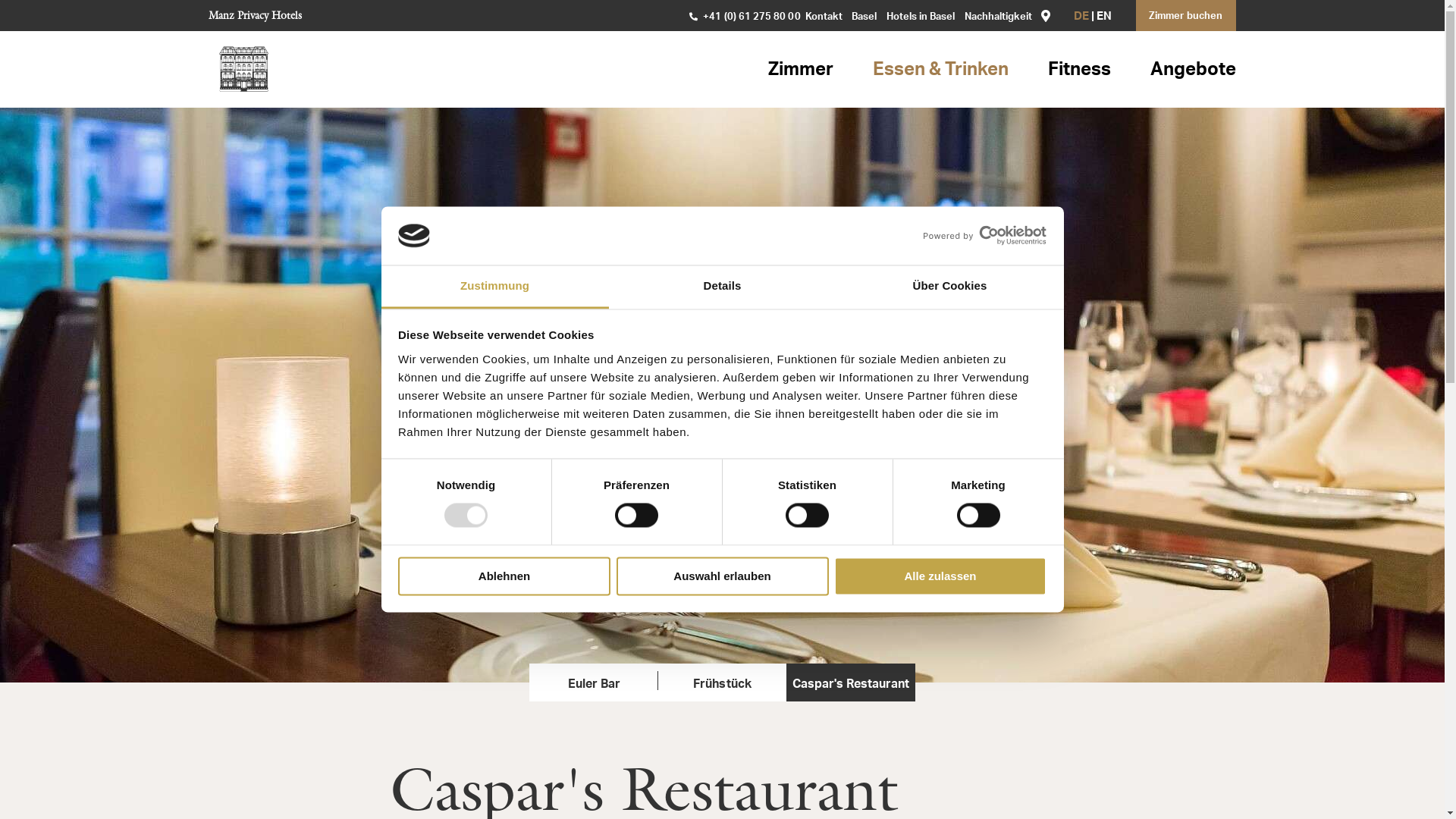 The height and width of the screenshot is (819, 1456). Describe the element at coordinates (864, 17) in the screenshot. I see `'Basel'` at that location.